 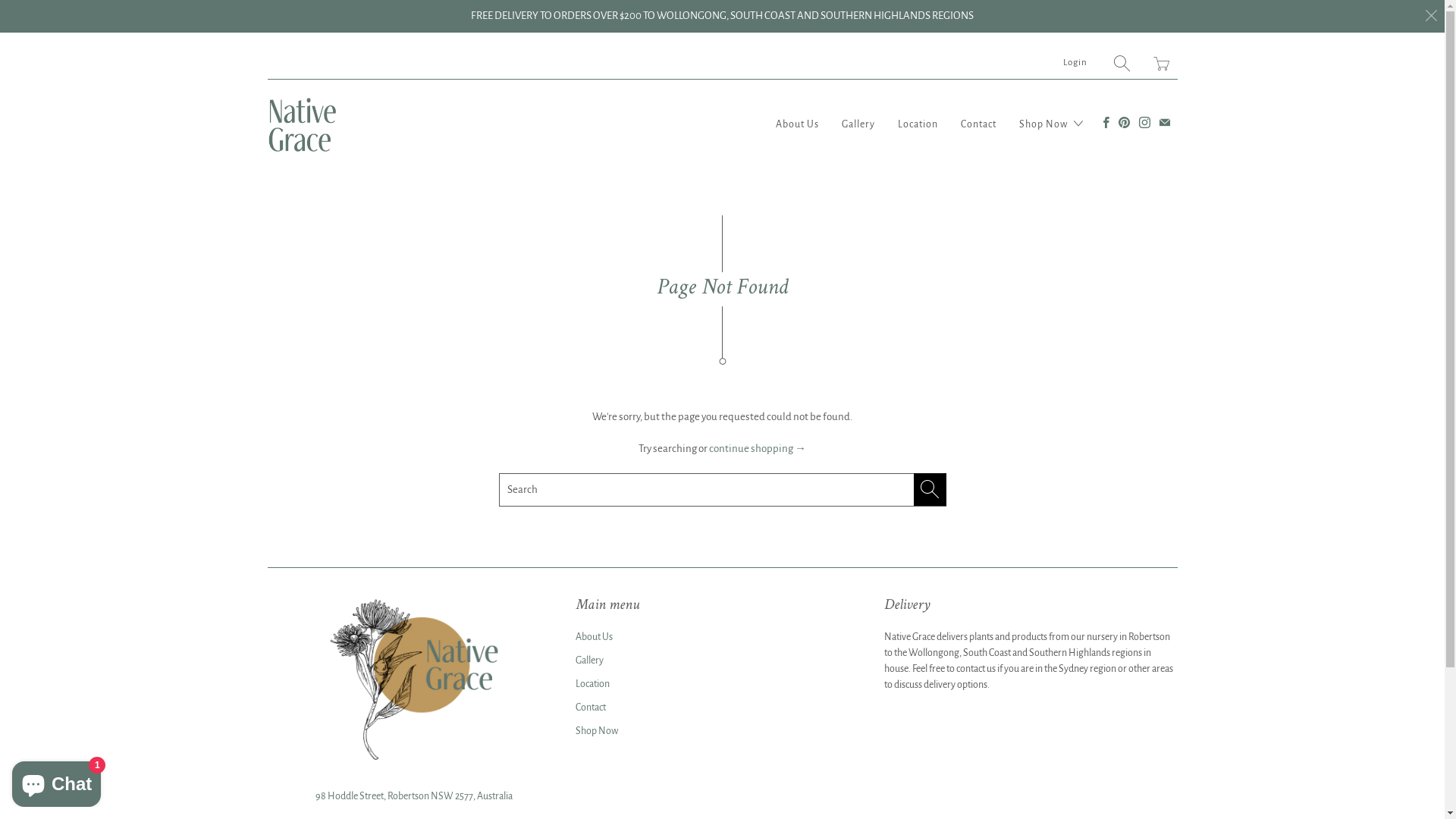 I want to click on 'Gallery', so click(x=858, y=123).